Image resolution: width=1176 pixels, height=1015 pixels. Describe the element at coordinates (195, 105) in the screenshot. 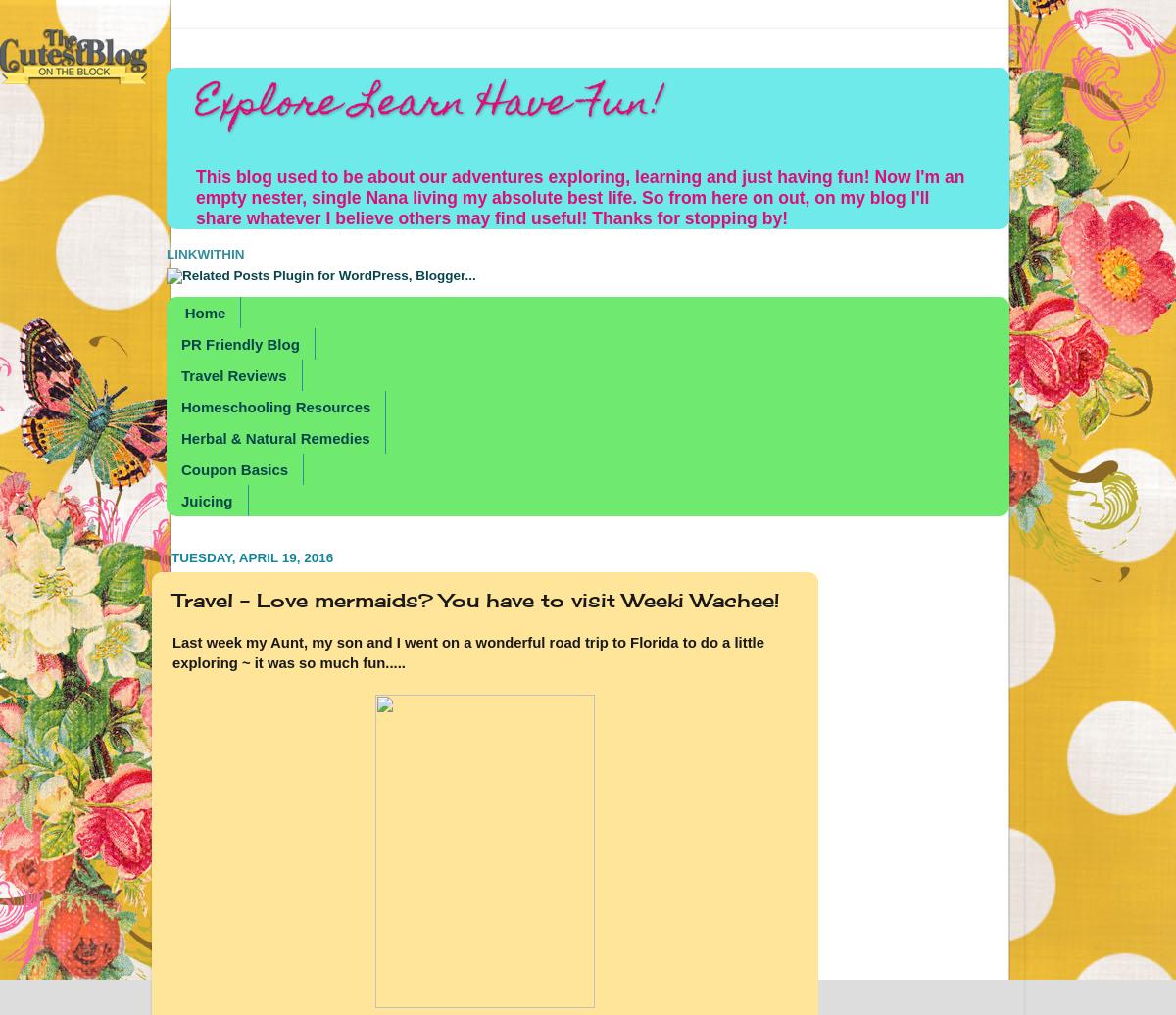

I see `'Explore Learn Have Fun!'` at that location.